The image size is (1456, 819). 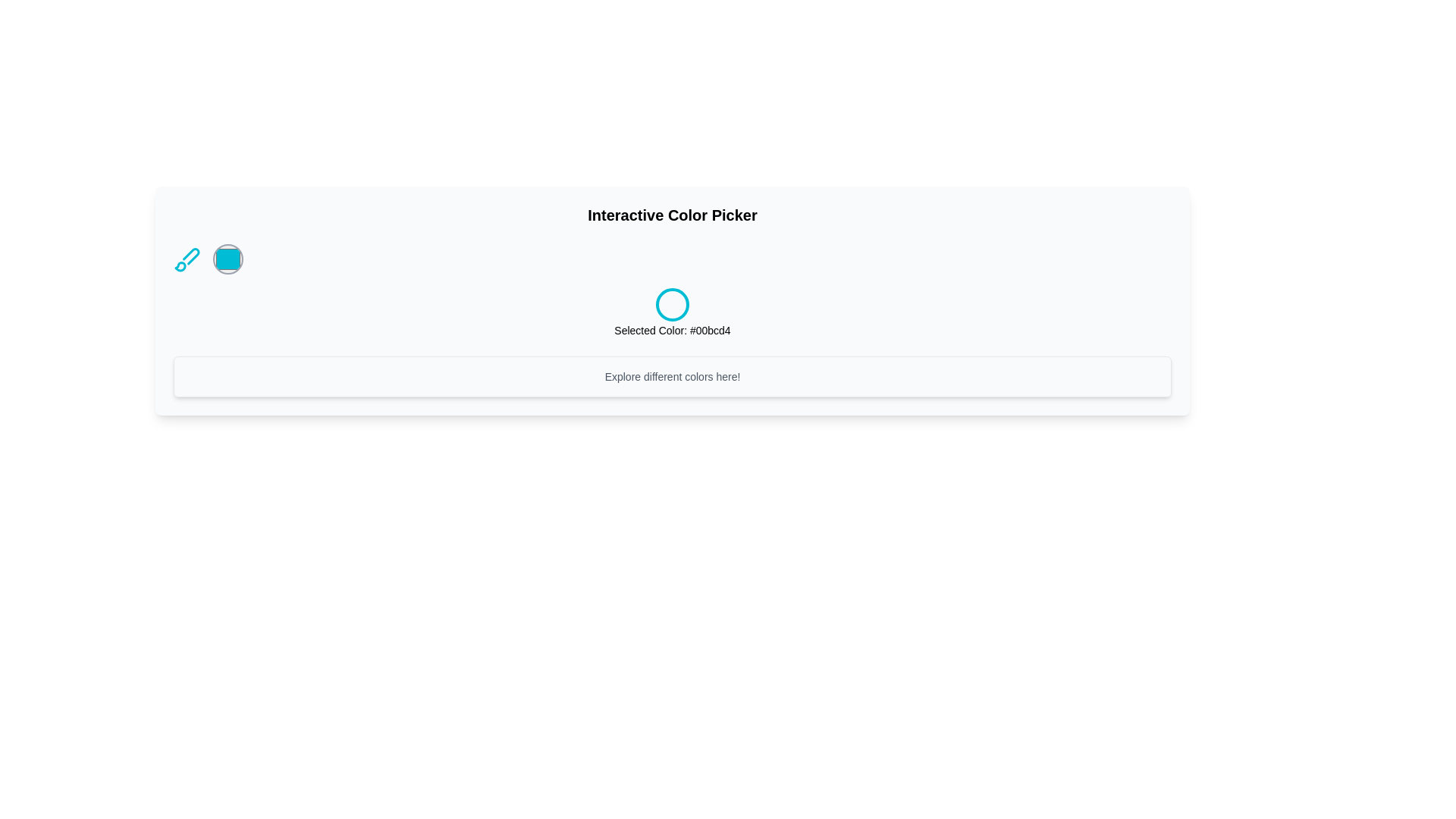 What do you see at coordinates (672, 304) in the screenshot?
I see `the SVG Circle representing the selected color in the color picker interface` at bounding box center [672, 304].